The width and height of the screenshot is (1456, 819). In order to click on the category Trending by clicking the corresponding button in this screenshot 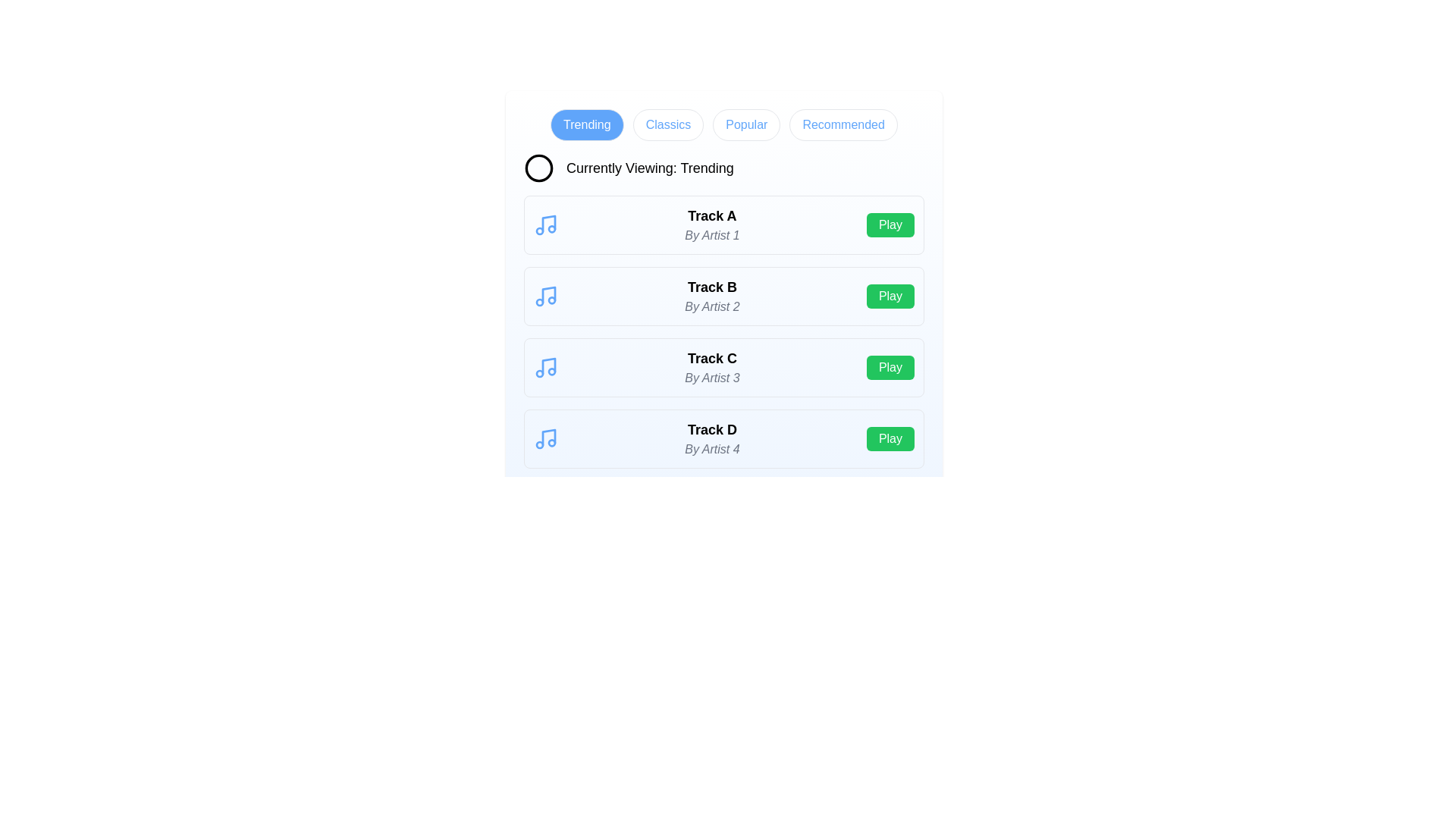, I will do `click(586, 124)`.